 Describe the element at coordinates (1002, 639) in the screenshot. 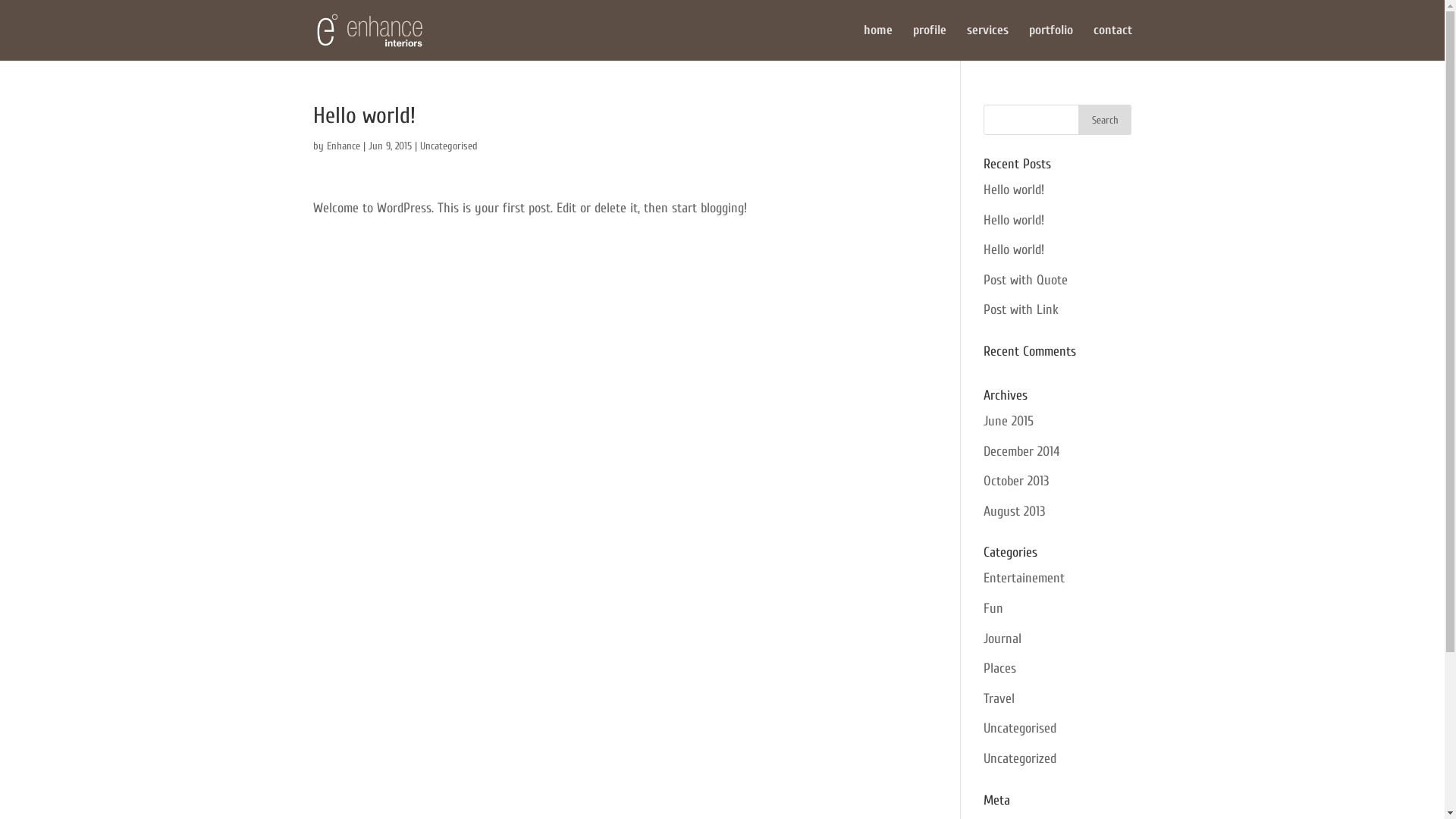

I see `'Journal'` at that location.